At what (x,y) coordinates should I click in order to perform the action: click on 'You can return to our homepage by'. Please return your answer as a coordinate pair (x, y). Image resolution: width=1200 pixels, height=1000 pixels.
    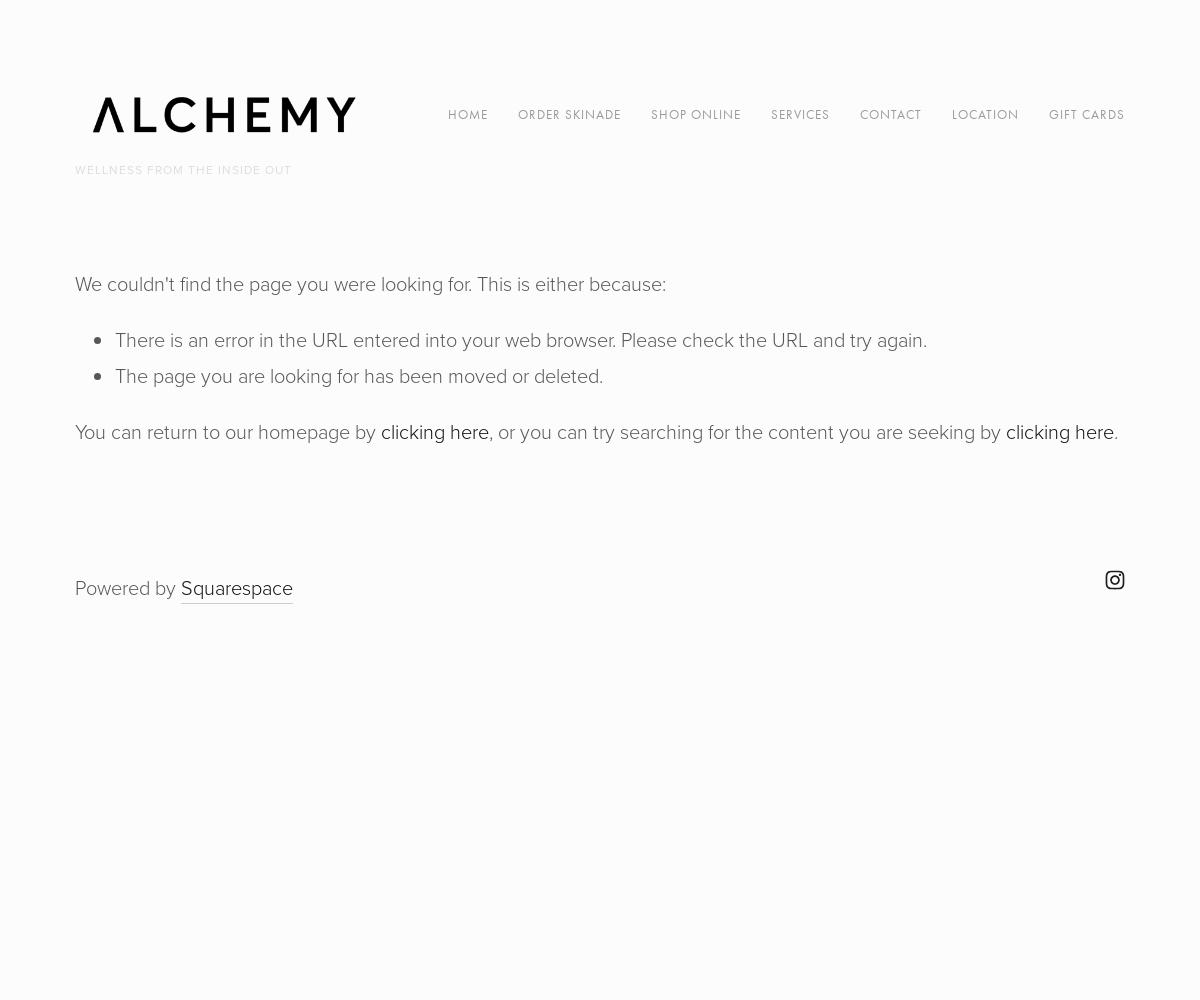
    Looking at the image, I should click on (227, 432).